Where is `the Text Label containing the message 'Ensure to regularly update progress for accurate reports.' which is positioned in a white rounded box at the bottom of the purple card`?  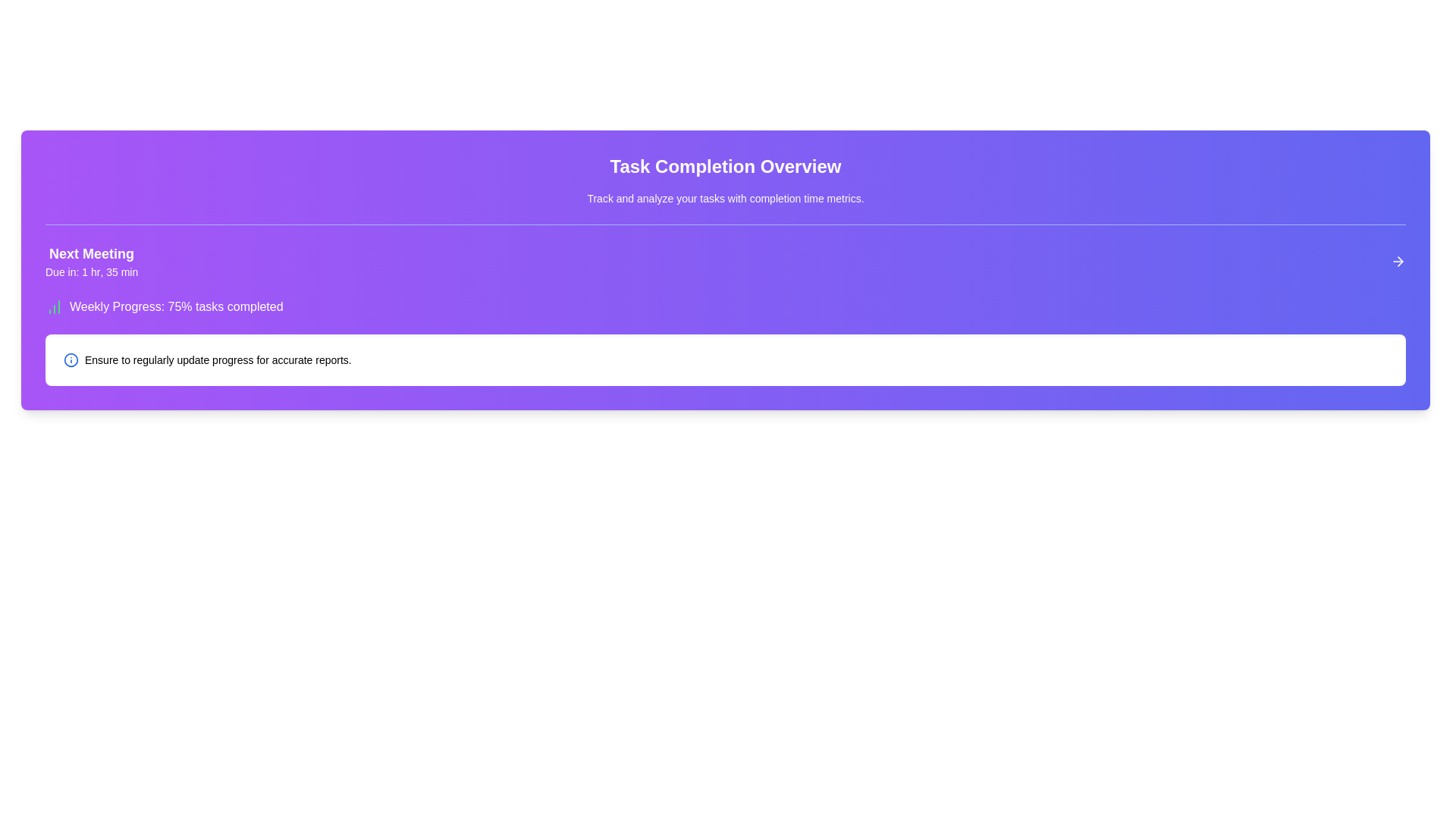 the Text Label containing the message 'Ensure to regularly update progress for accurate reports.' which is positioned in a white rounded box at the bottom of the purple card is located at coordinates (217, 359).